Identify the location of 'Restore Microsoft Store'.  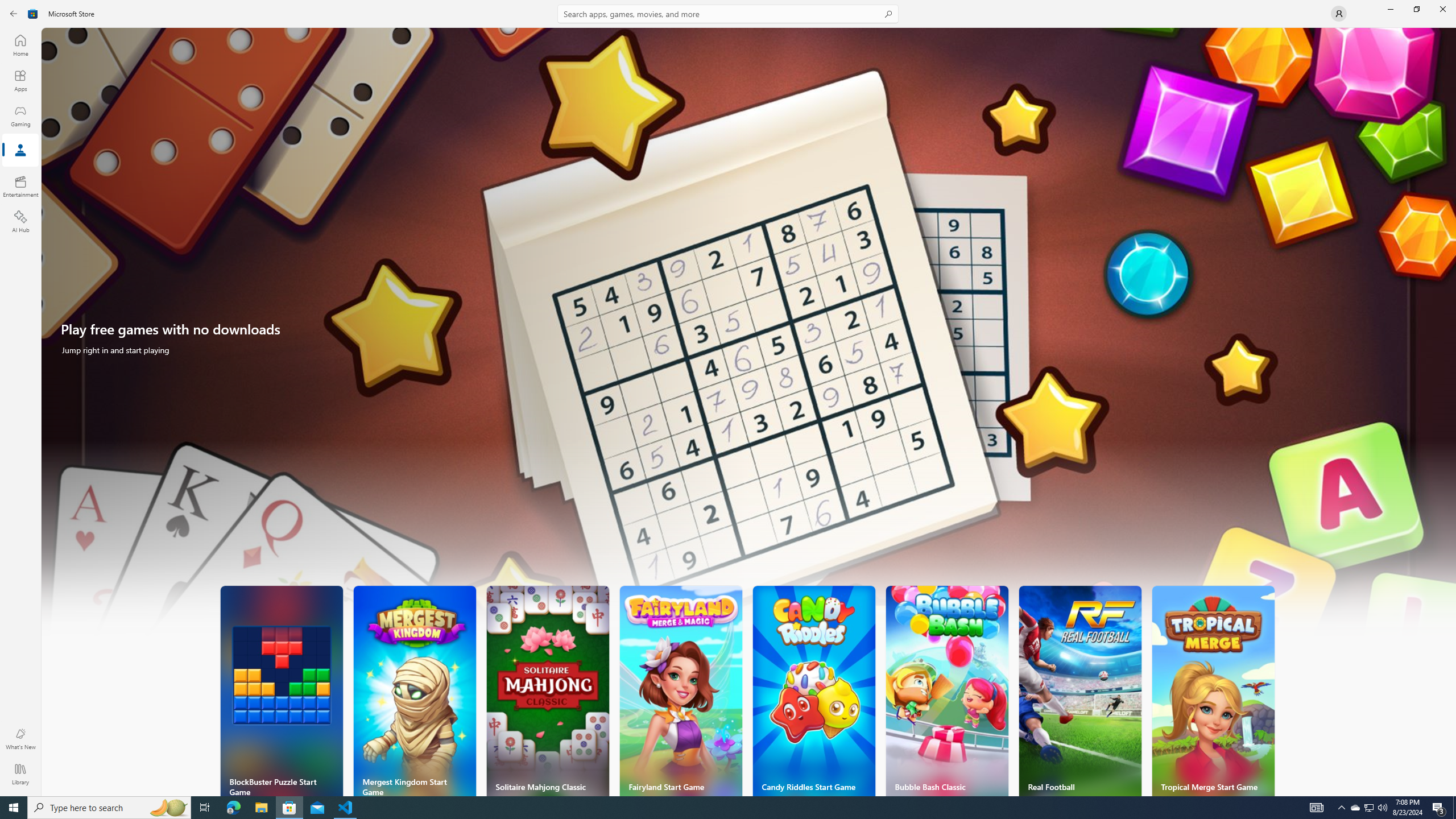
(1416, 9).